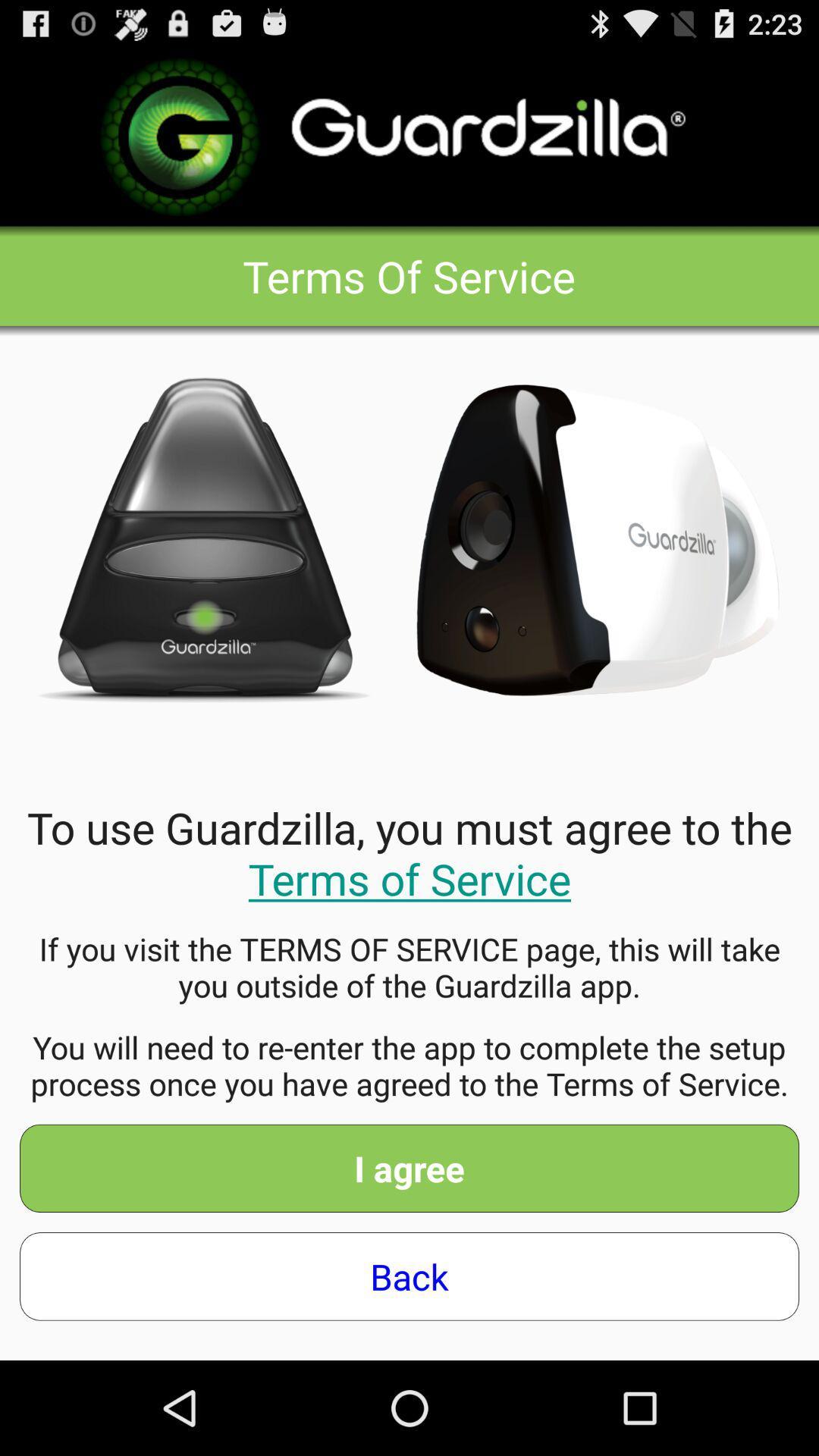  What do you see at coordinates (409, 1167) in the screenshot?
I see `i agree app` at bounding box center [409, 1167].